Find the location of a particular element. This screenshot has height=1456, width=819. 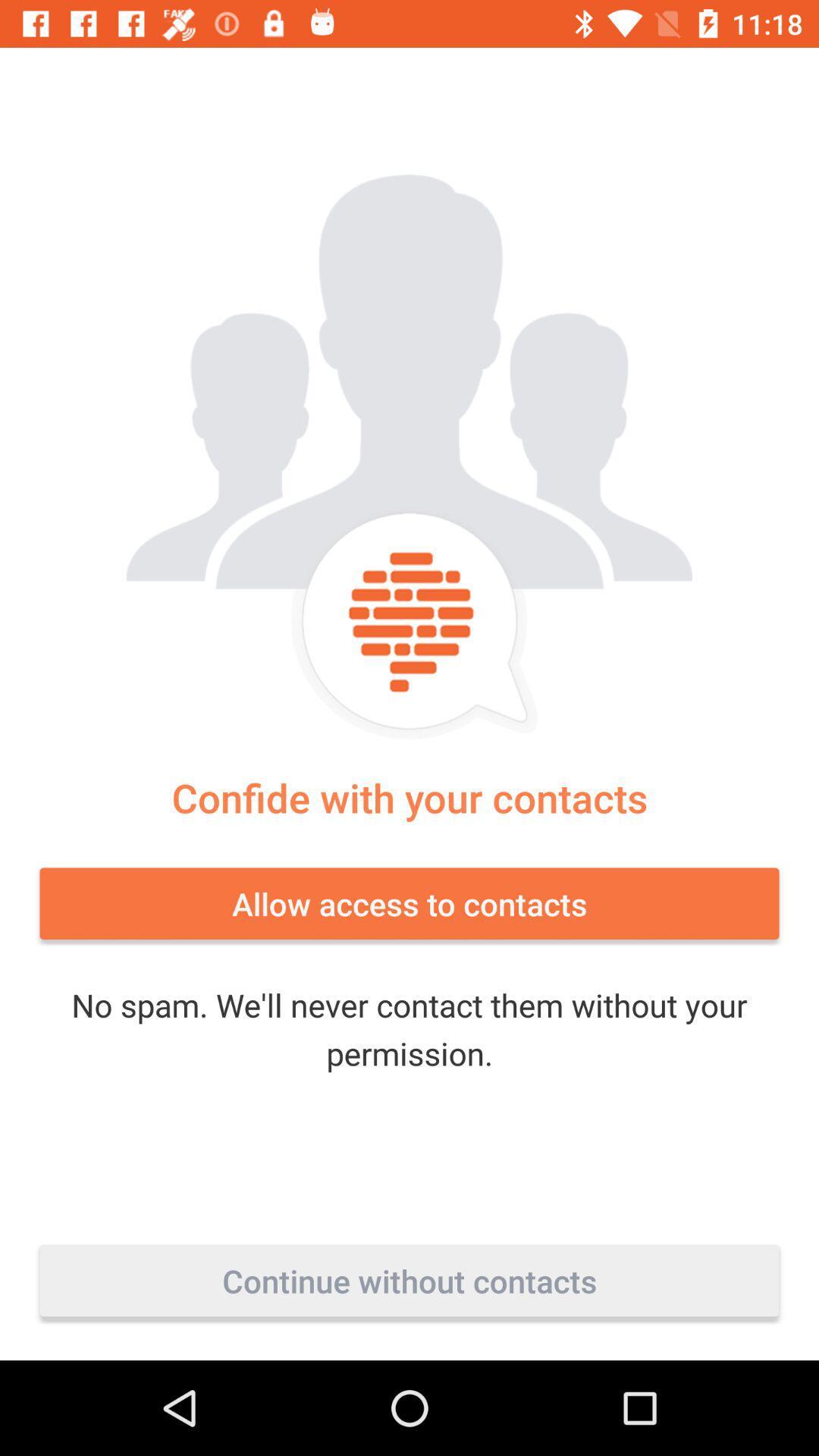

the item below no spam we item is located at coordinates (409, 1280).